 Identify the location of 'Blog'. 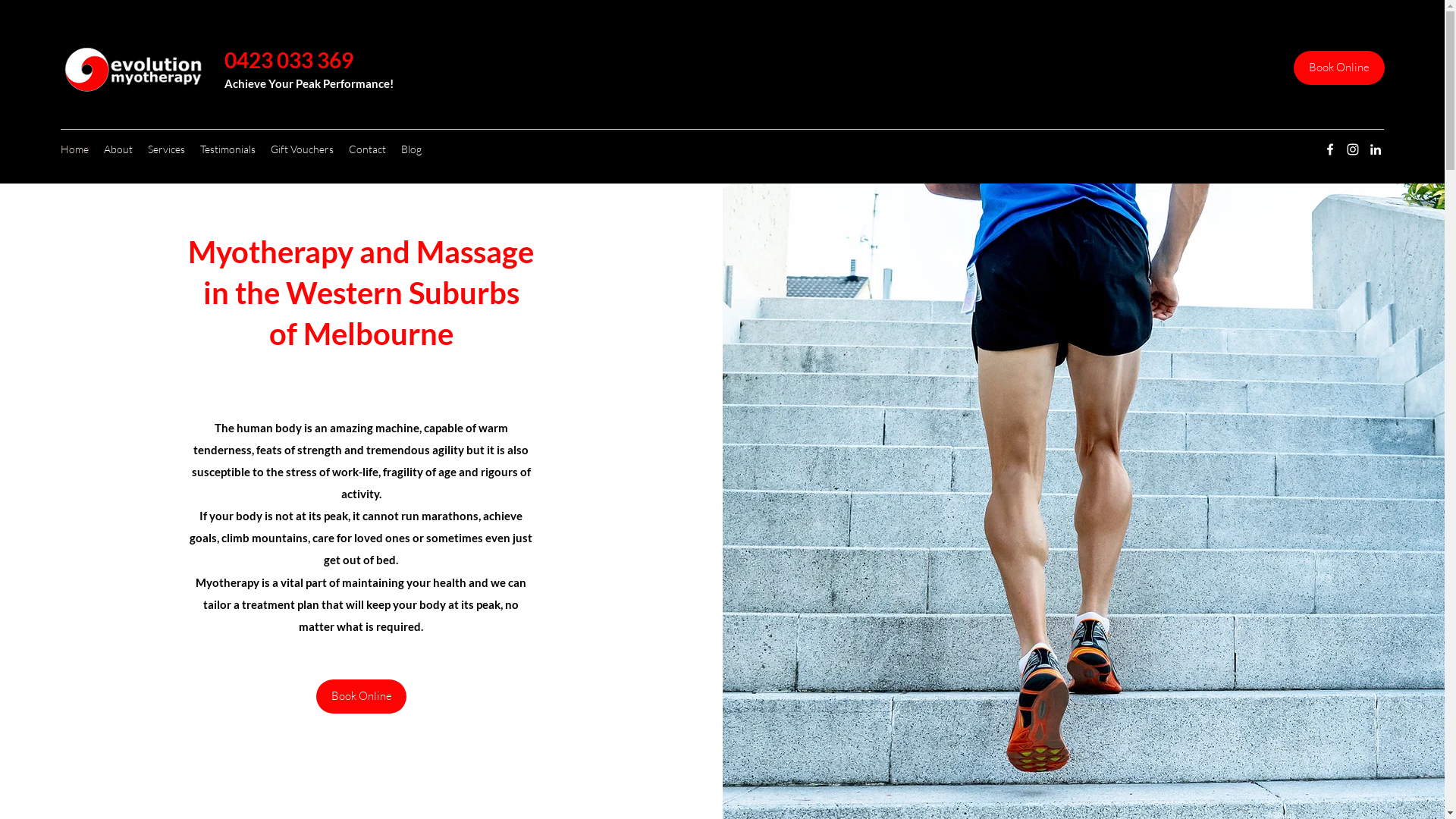
(411, 149).